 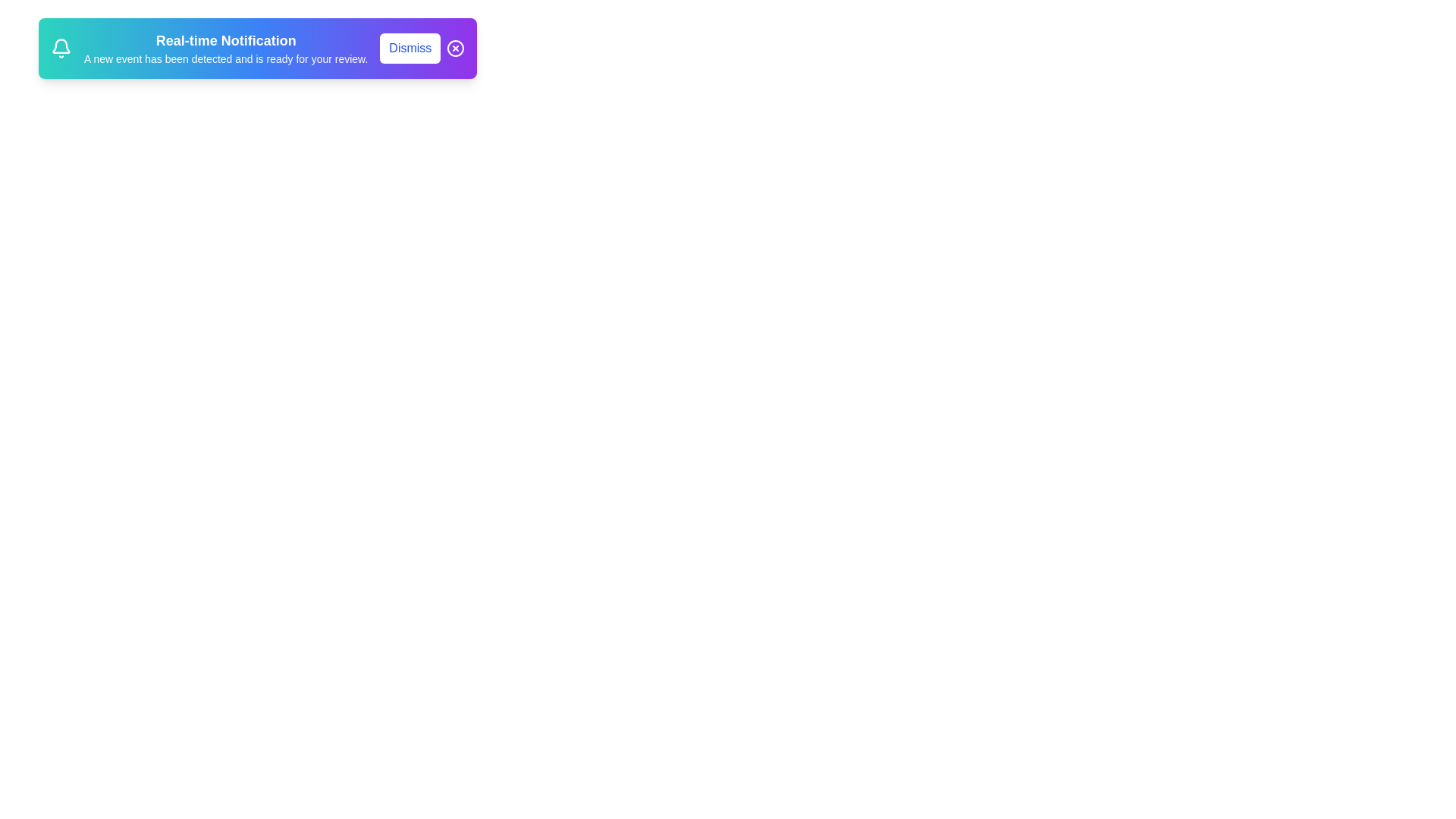 I want to click on the notification icon to interact with it, so click(x=61, y=48).